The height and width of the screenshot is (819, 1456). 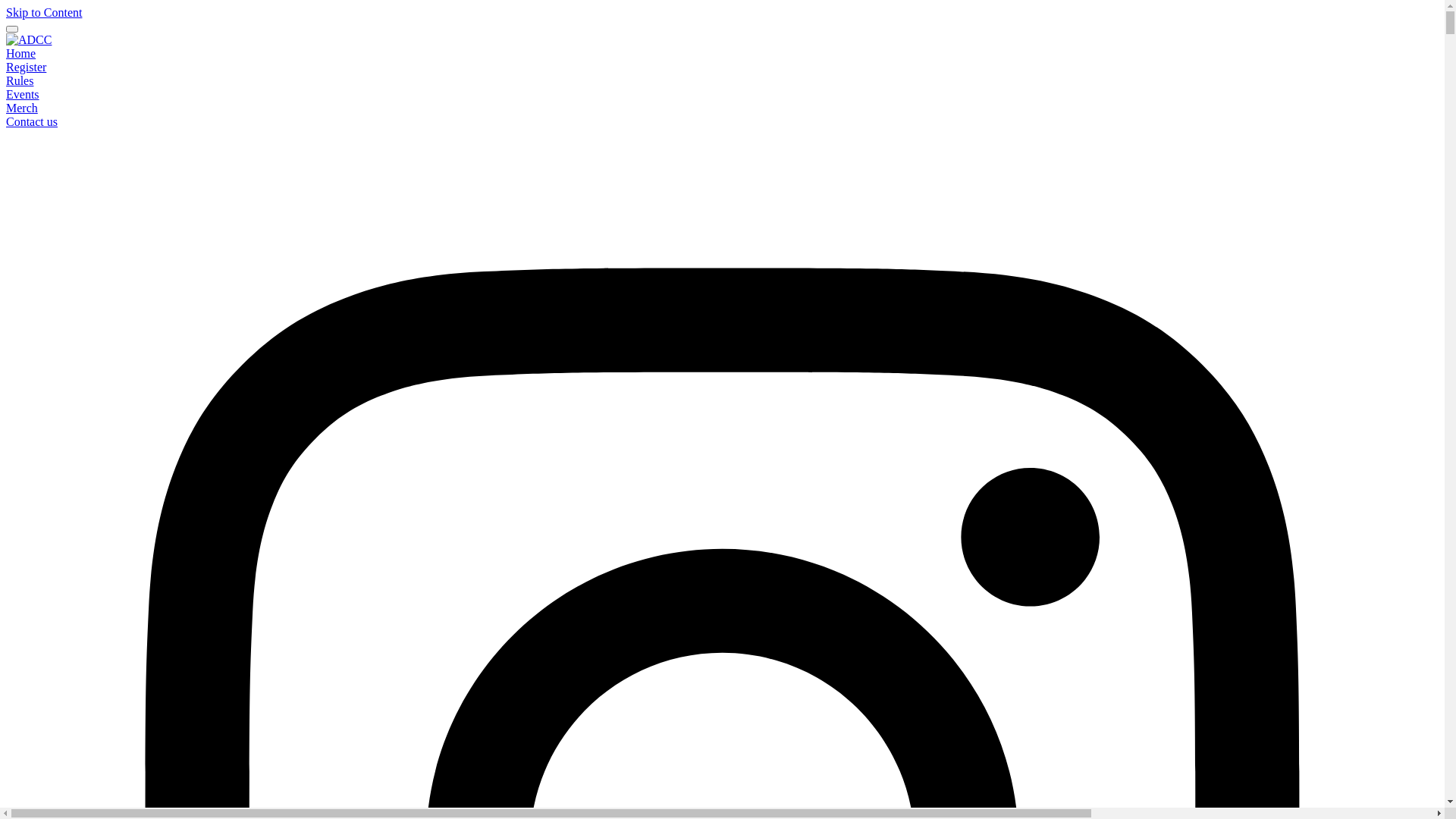 I want to click on 'Contact us', so click(x=32, y=121).